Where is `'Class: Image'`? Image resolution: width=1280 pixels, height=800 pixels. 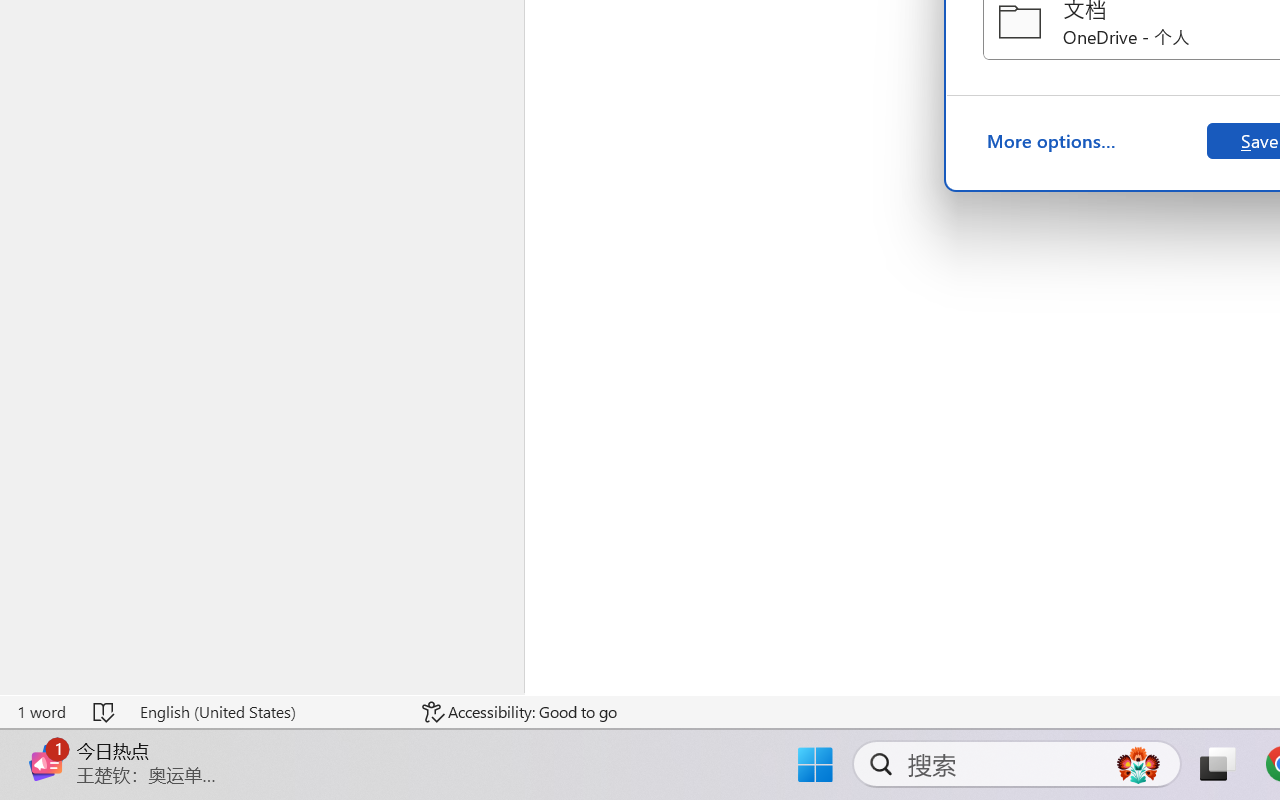 'Class: Image' is located at coordinates (46, 762).